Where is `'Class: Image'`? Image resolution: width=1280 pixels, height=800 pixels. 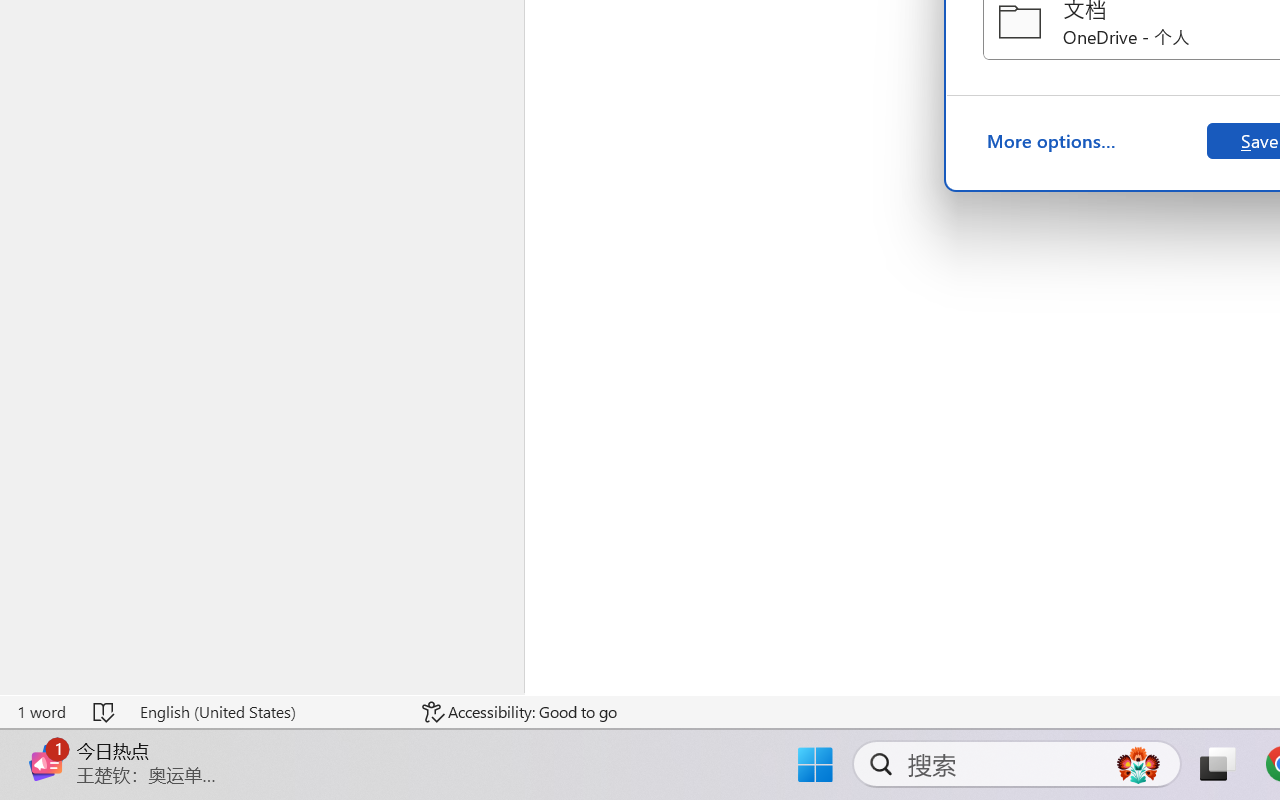 'Class: Image' is located at coordinates (46, 762).